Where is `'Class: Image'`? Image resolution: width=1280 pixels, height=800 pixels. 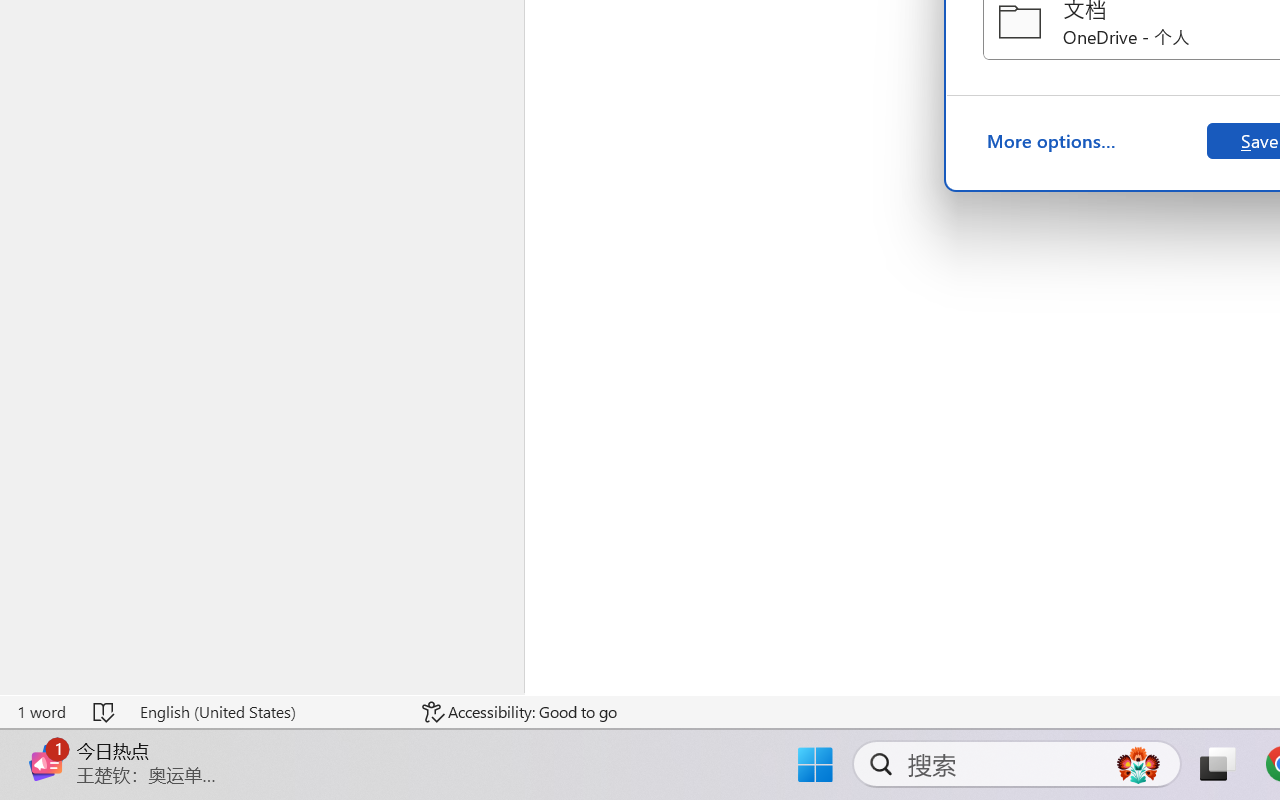 'Class: Image' is located at coordinates (46, 762).